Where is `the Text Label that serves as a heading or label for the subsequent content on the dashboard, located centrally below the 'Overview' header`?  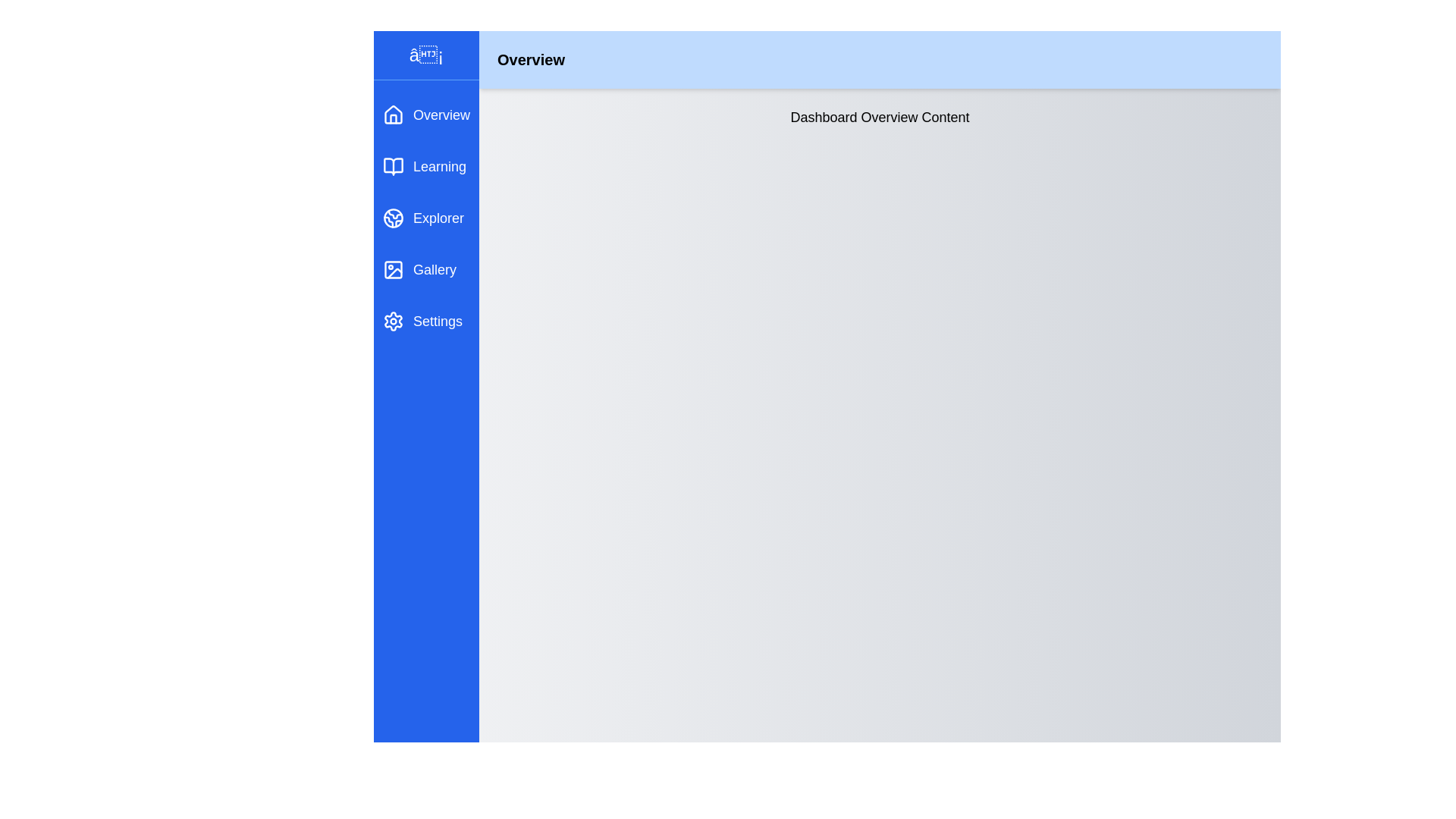
the Text Label that serves as a heading or label for the subsequent content on the dashboard, located centrally below the 'Overview' header is located at coordinates (880, 116).